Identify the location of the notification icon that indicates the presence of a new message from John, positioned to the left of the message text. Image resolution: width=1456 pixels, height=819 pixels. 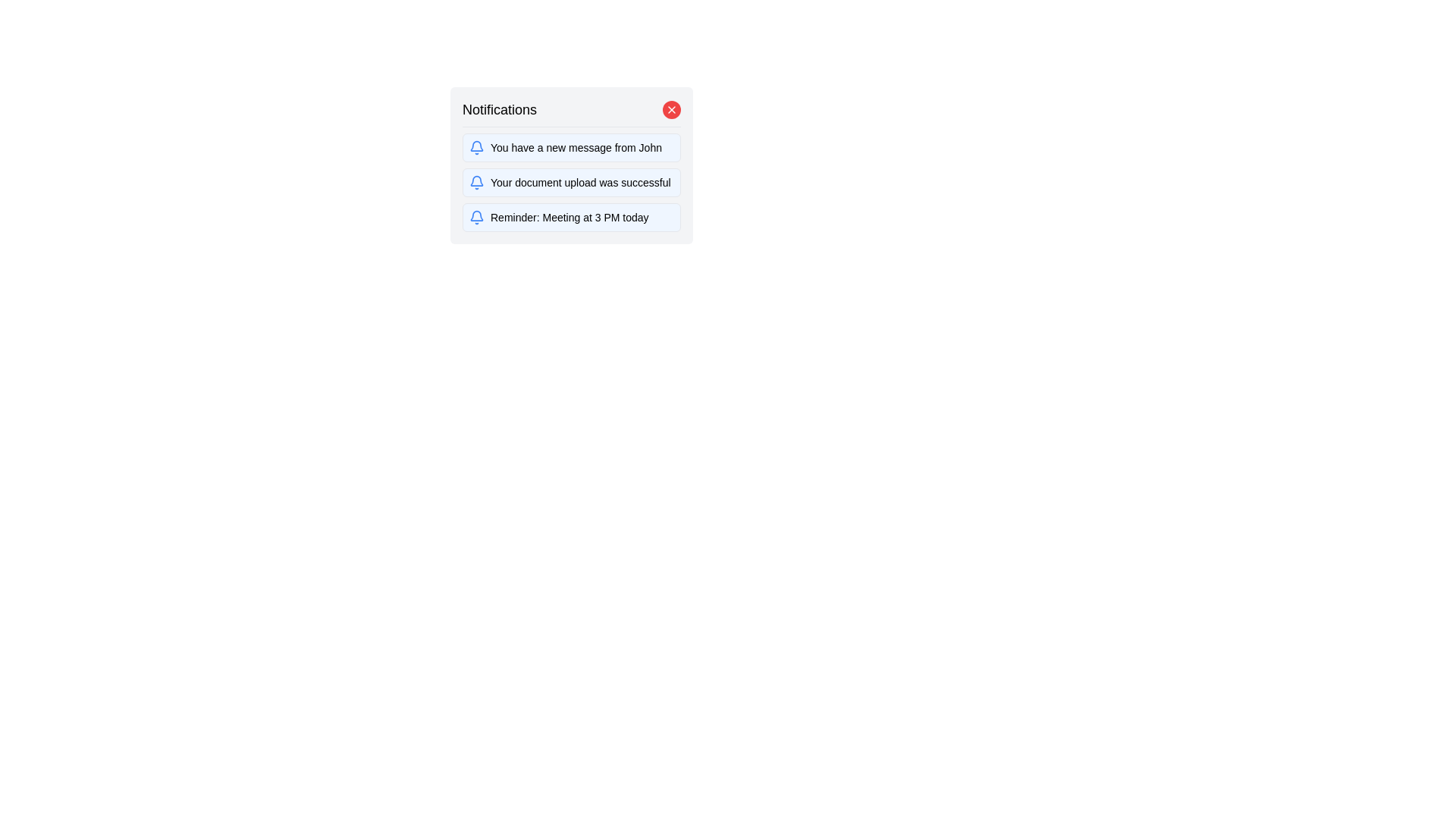
(475, 148).